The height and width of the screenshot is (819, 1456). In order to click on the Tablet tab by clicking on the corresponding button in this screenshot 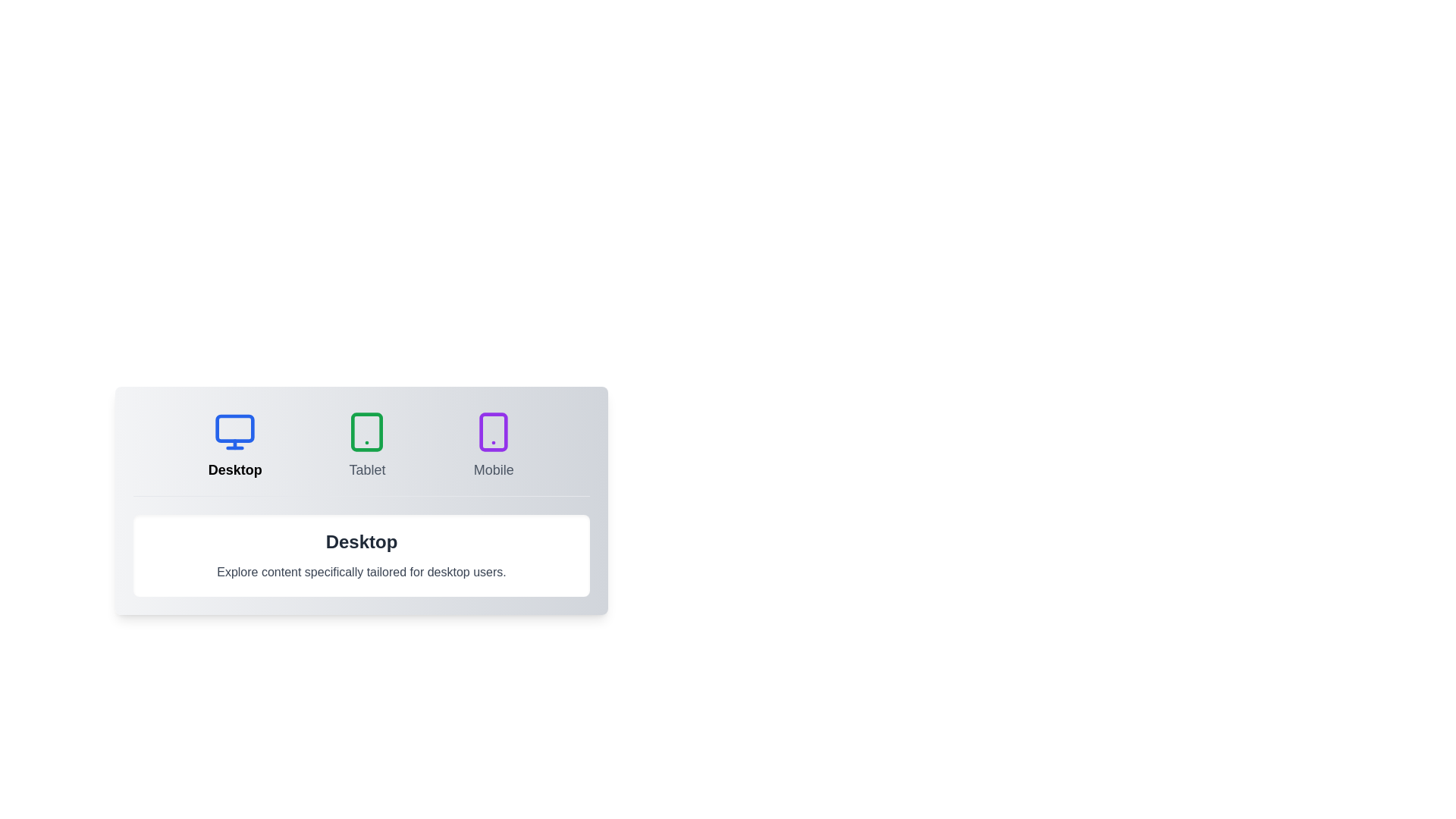, I will do `click(367, 444)`.